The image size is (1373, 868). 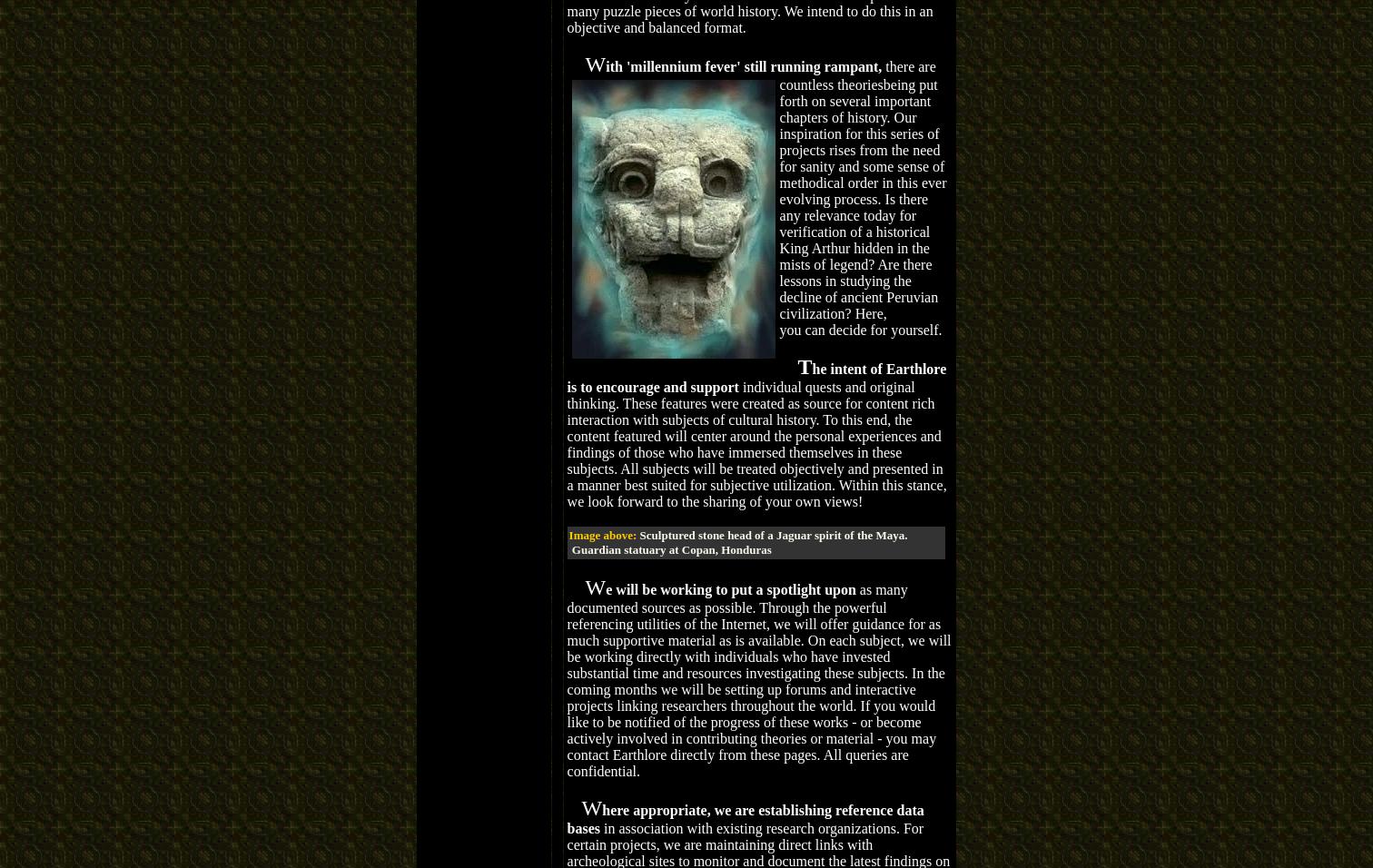 What do you see at coordinates (758, 678) in the screenshot?
I see `'as many documented sources 
        as possible. Through the powerful referencing utilities of the Internet, 
        we will offer guidance for as much supportive material as is available. 
        On each subject, we will be working directly with individuals who 
        have invested substantial time and resources investigating these subjects. 
        In the coming months we will be setting up forums and interactive 
        projects linking researchers throughout the world. If you would like 
        to be notified of the progress of these works - or become actively 
        involved in contributing theories or material - you may contact Earthlore 
        directly from these pages. All queries are confidential.'` at bounding box center [758, 678].